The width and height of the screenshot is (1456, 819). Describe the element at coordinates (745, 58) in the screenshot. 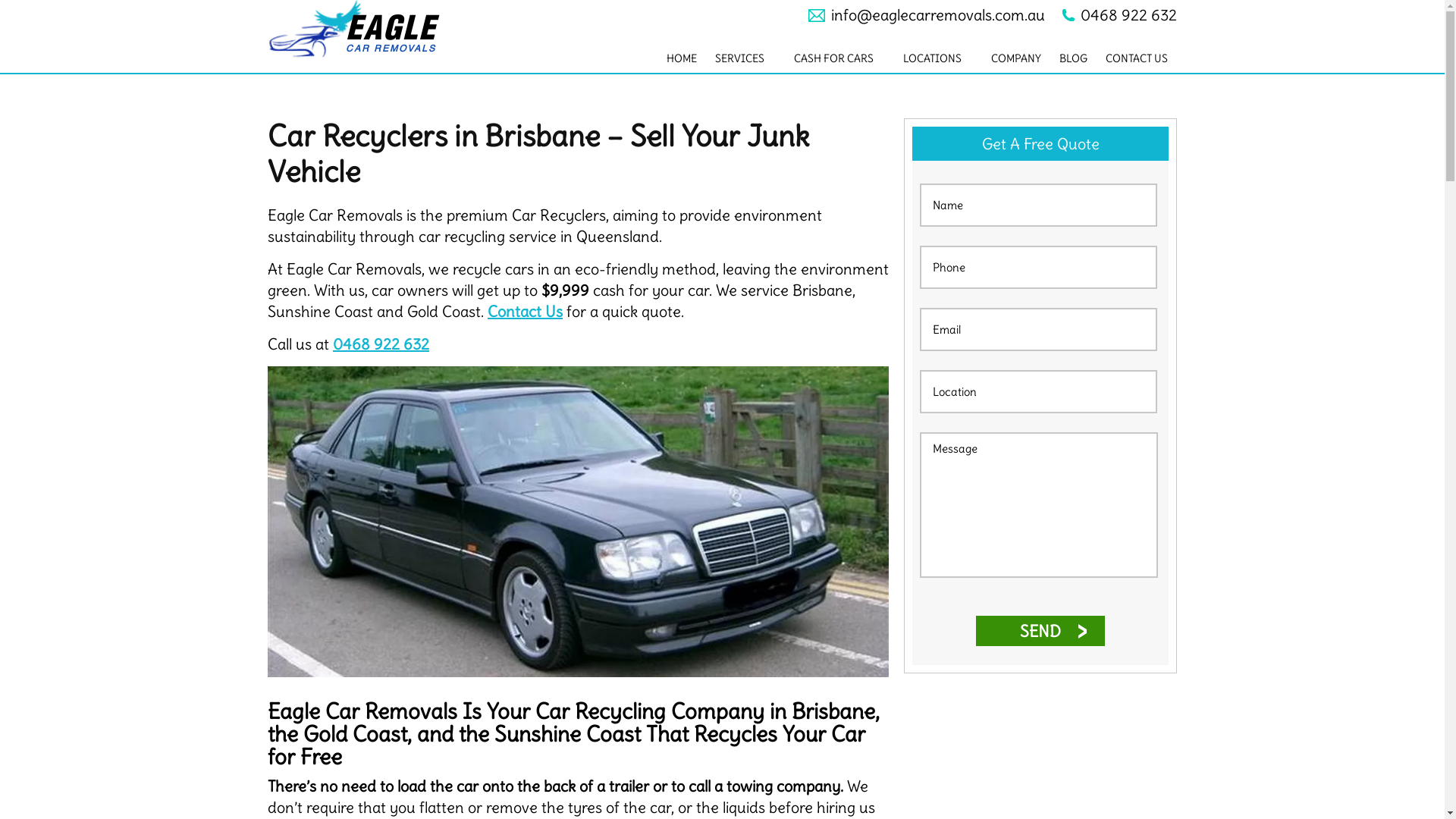

I see `'SERVICES'` at that location.